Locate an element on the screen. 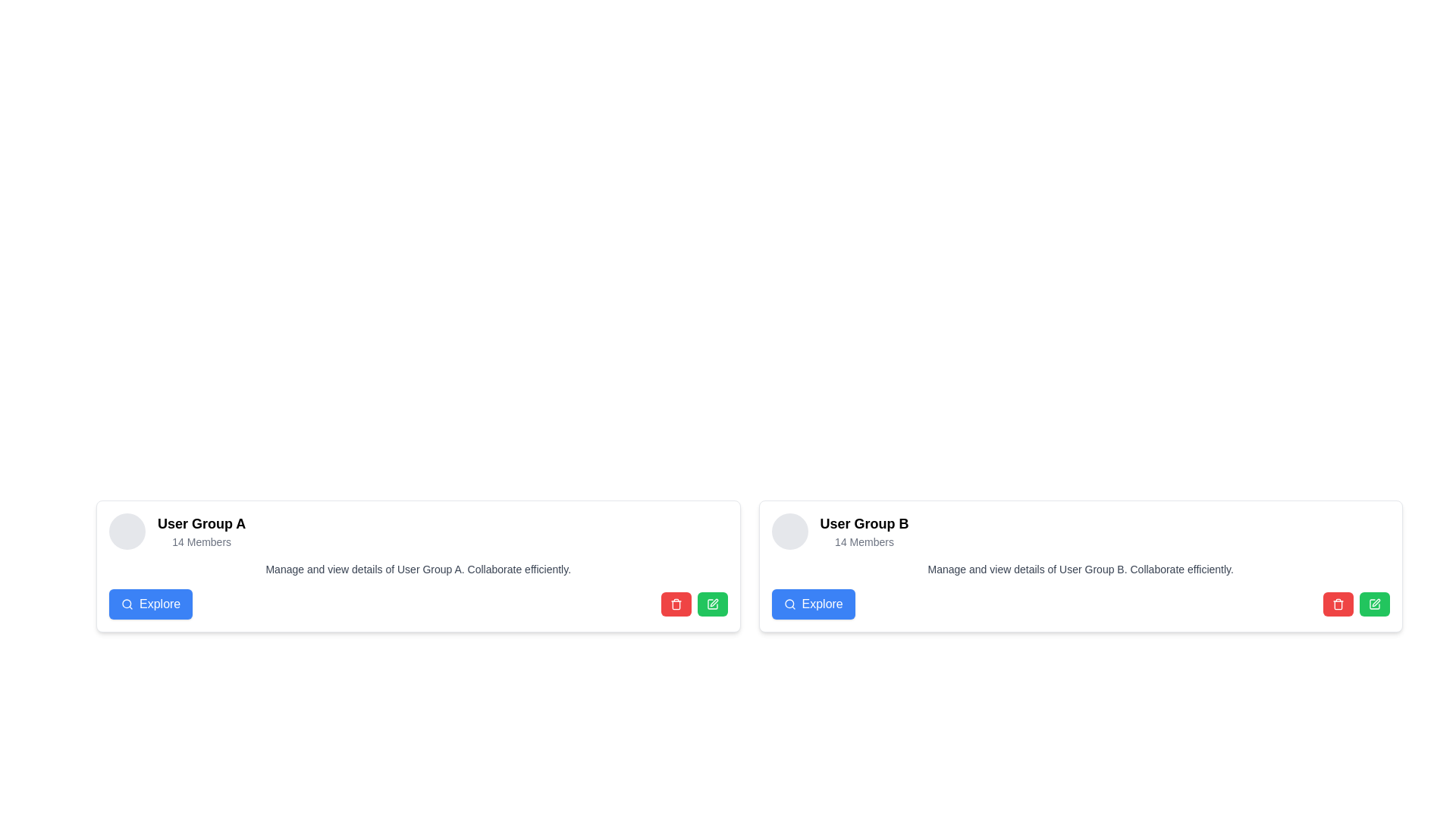 The width and height of the screenshot is (1456, 819). the text information in the title and subtitle format element that displays 'User Group A' and '14 Members' within the card structure on the left side of the interface is located at coordinates (201, 531).